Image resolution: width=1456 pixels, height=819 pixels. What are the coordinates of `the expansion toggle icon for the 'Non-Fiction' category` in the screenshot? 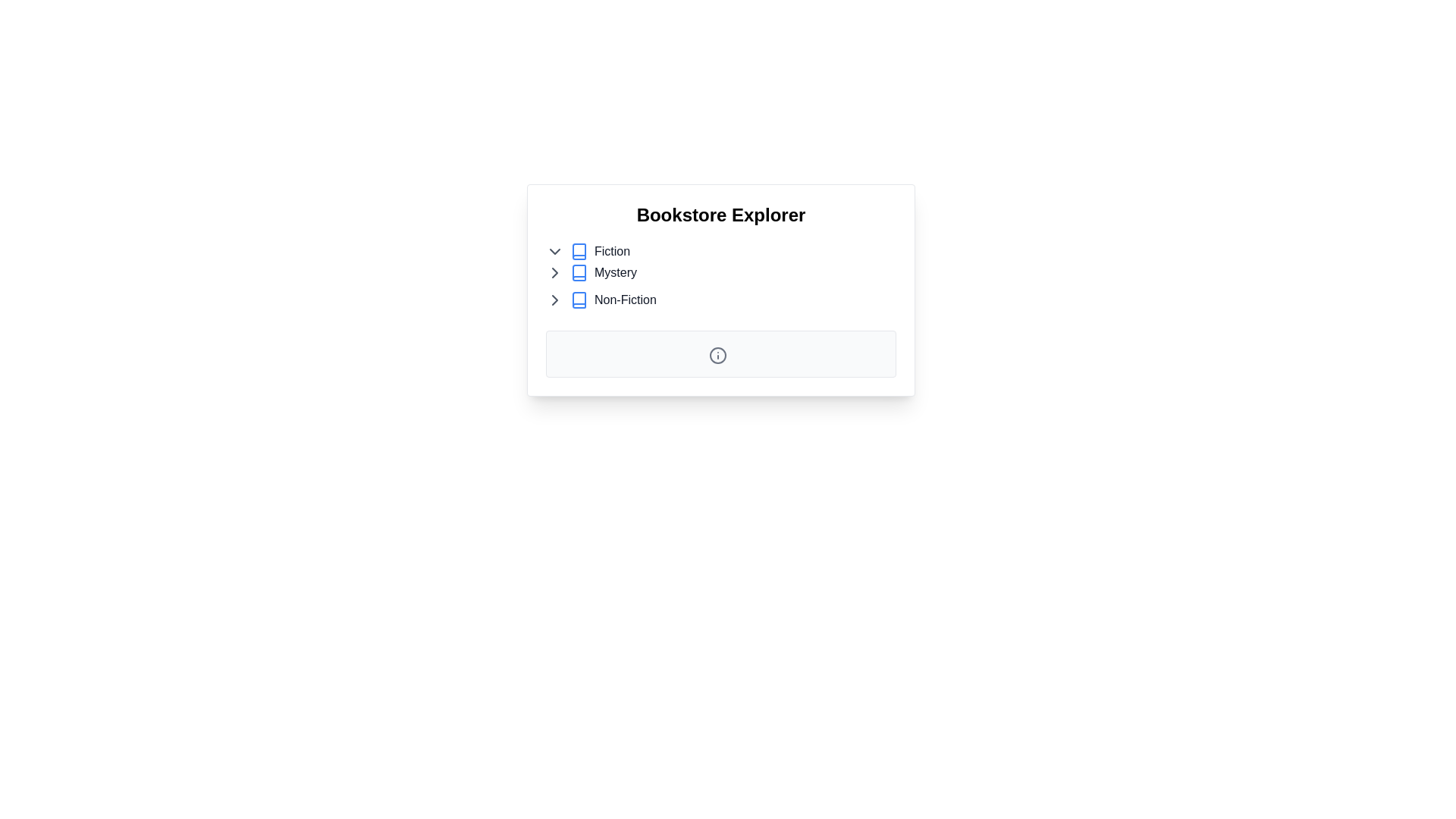 It's located at (554, 300).